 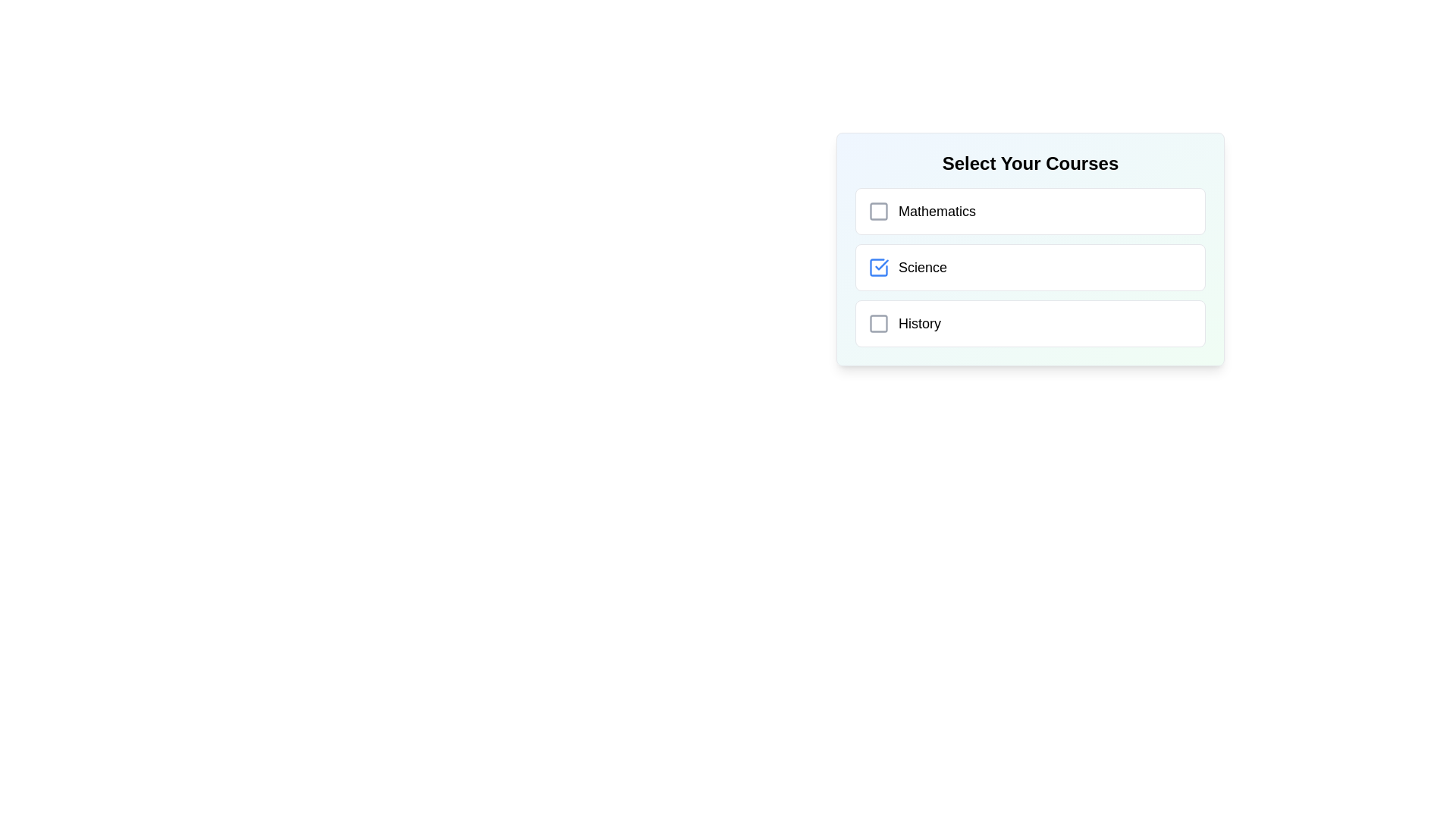 What do you see at coordinates (878, 211) in the screenshot?
I see `the SVG Checkbox for the Mathematics course, which is positioned to the left of the text label in the Mathematics row` at bounding box center [878, 211].